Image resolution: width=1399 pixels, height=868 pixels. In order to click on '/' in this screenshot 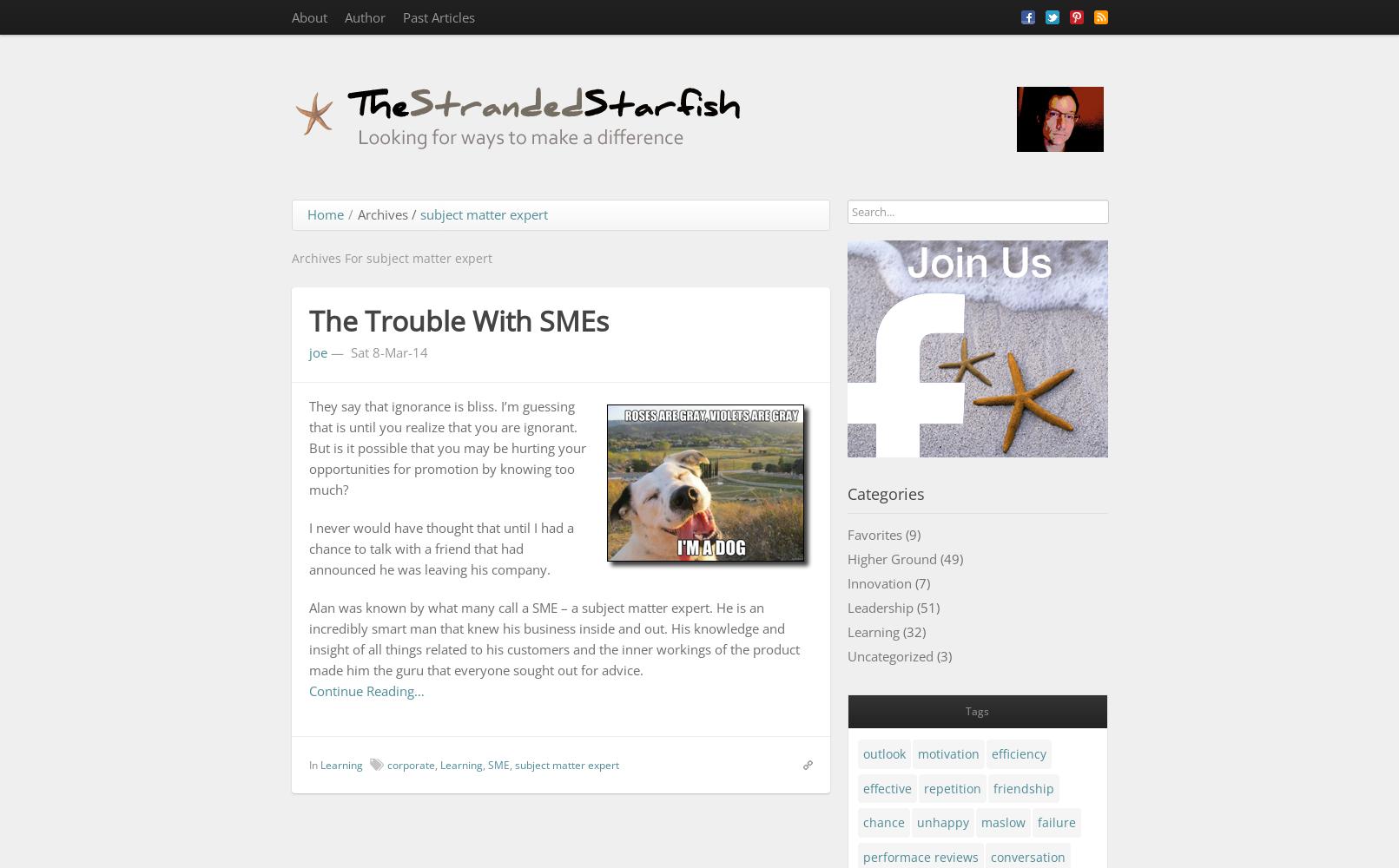, I will do `click(350, 214)`.